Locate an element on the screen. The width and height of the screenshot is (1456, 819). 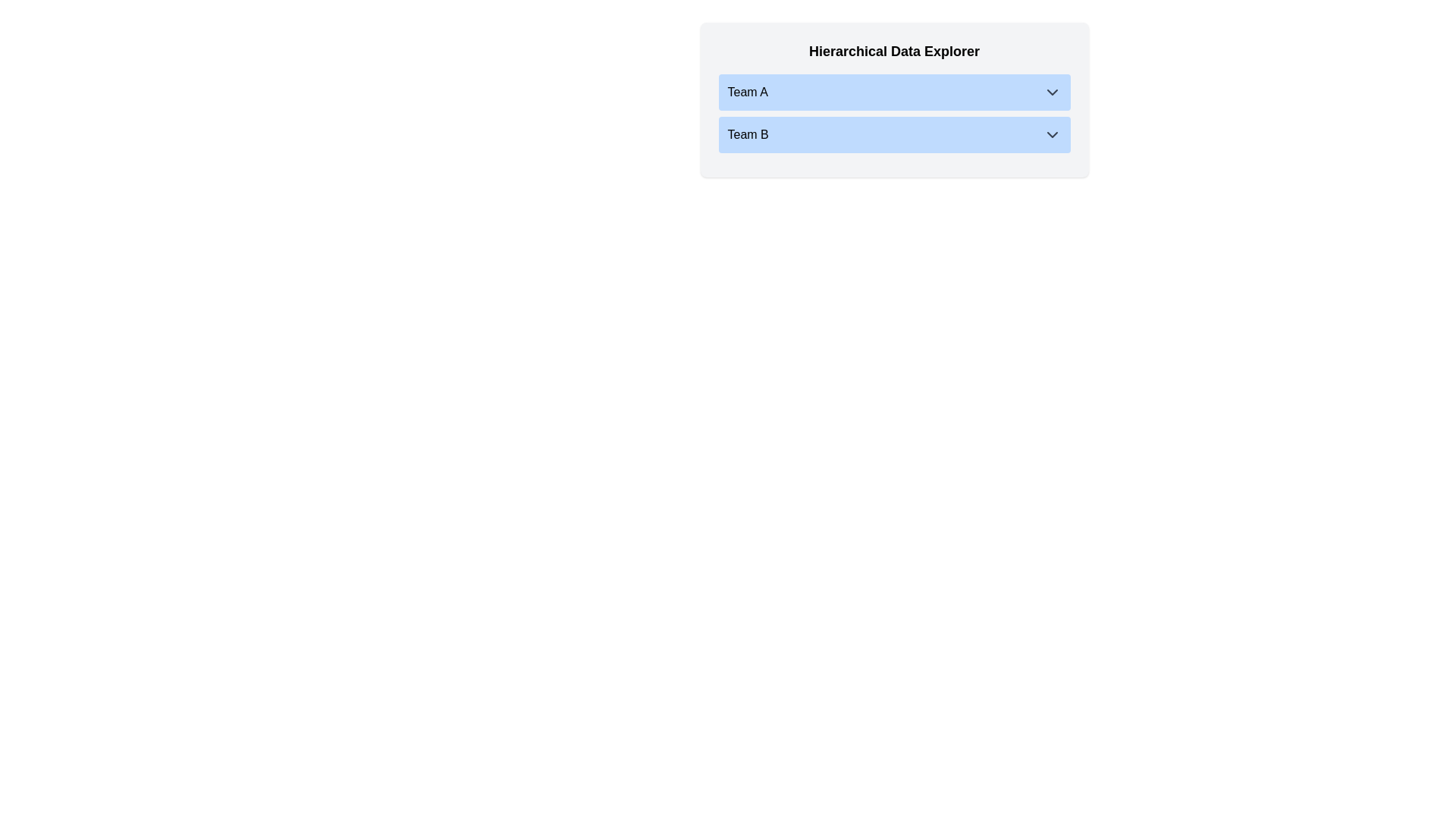
the text of the group name Team A is located at coordinates (748, 93).